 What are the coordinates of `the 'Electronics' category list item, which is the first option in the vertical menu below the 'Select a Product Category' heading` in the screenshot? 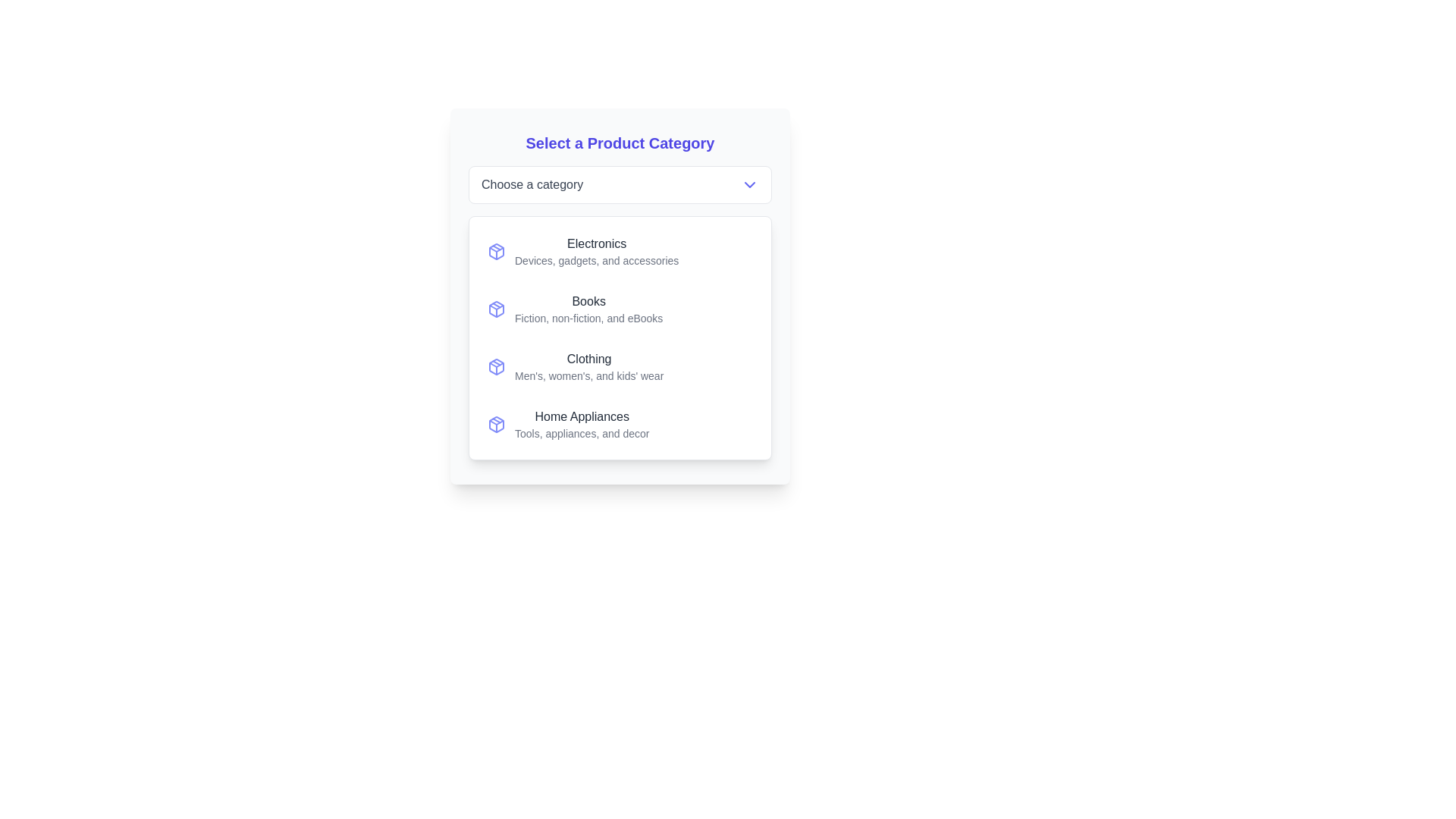 It's located at (620, 250).